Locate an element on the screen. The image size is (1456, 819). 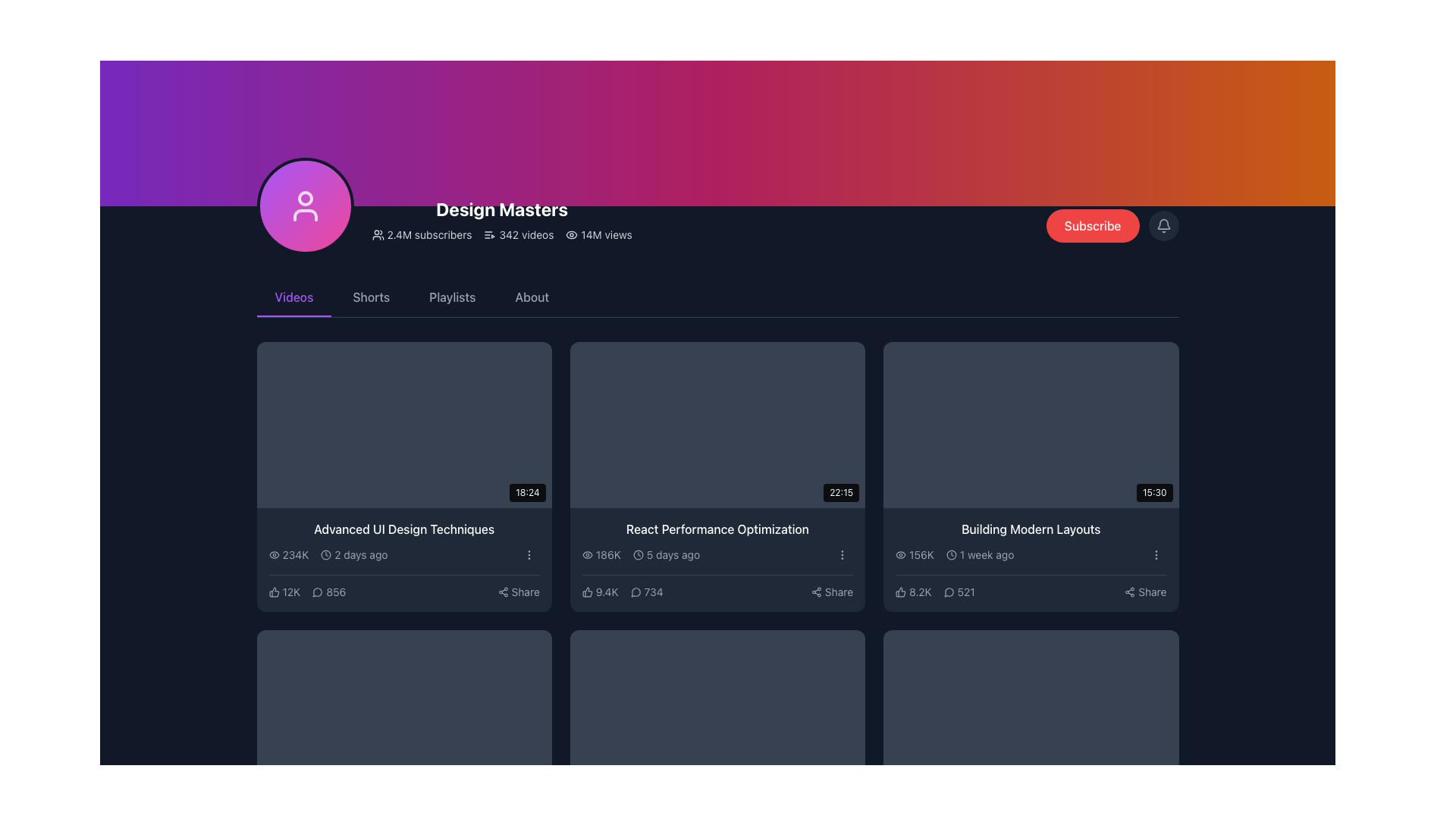
the 'Videos' button, which is styled in purple with a distinctive bottom border is located at coordinates (293, 298).